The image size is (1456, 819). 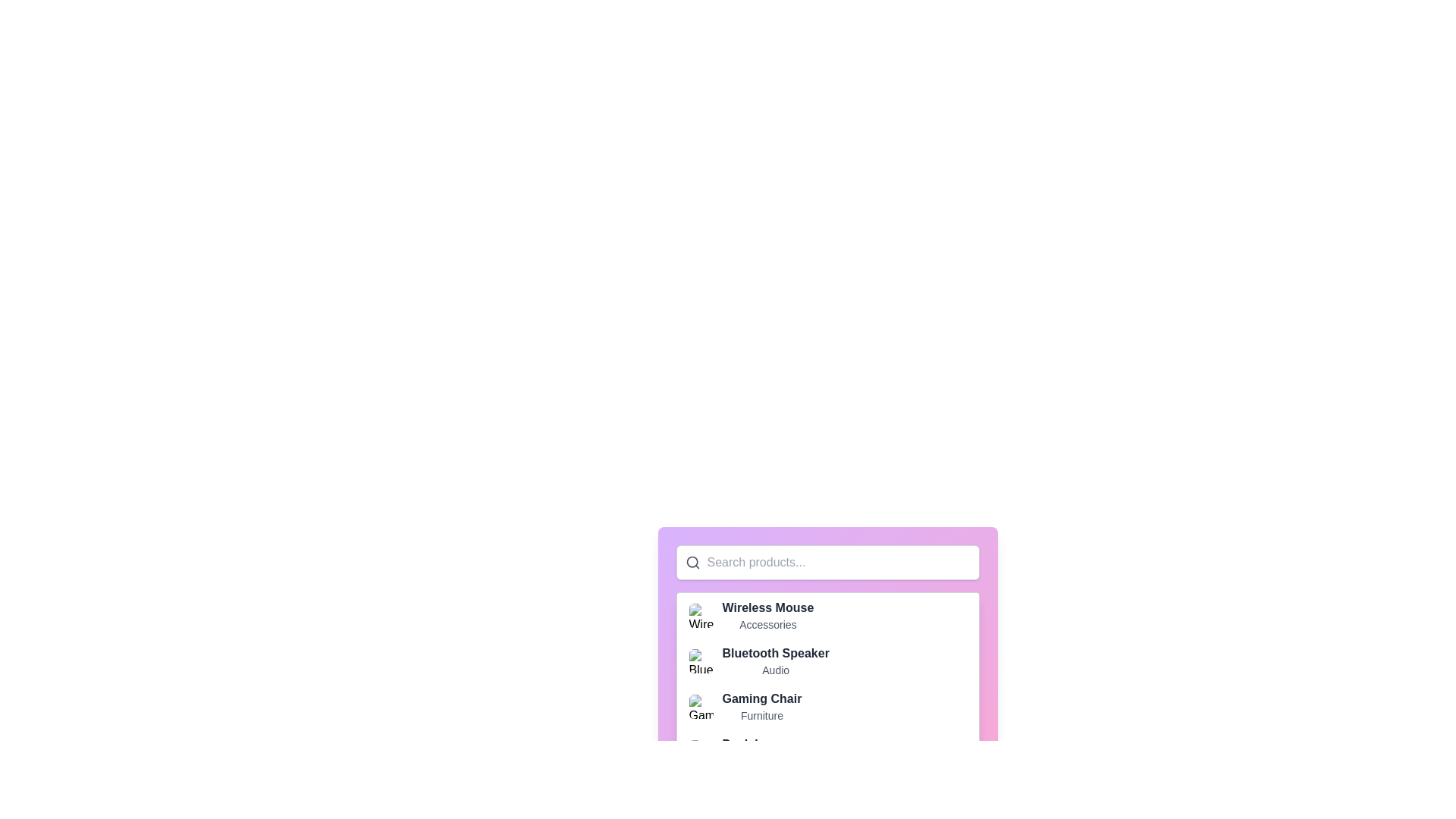 What do you see at coordinates (700, 660) in the screenshot?
I see `the image associated with the product 'Bluetooth Speaker' by clicking on the visual representation located at the far left of its product list entry` at bounding box center [700, 660].